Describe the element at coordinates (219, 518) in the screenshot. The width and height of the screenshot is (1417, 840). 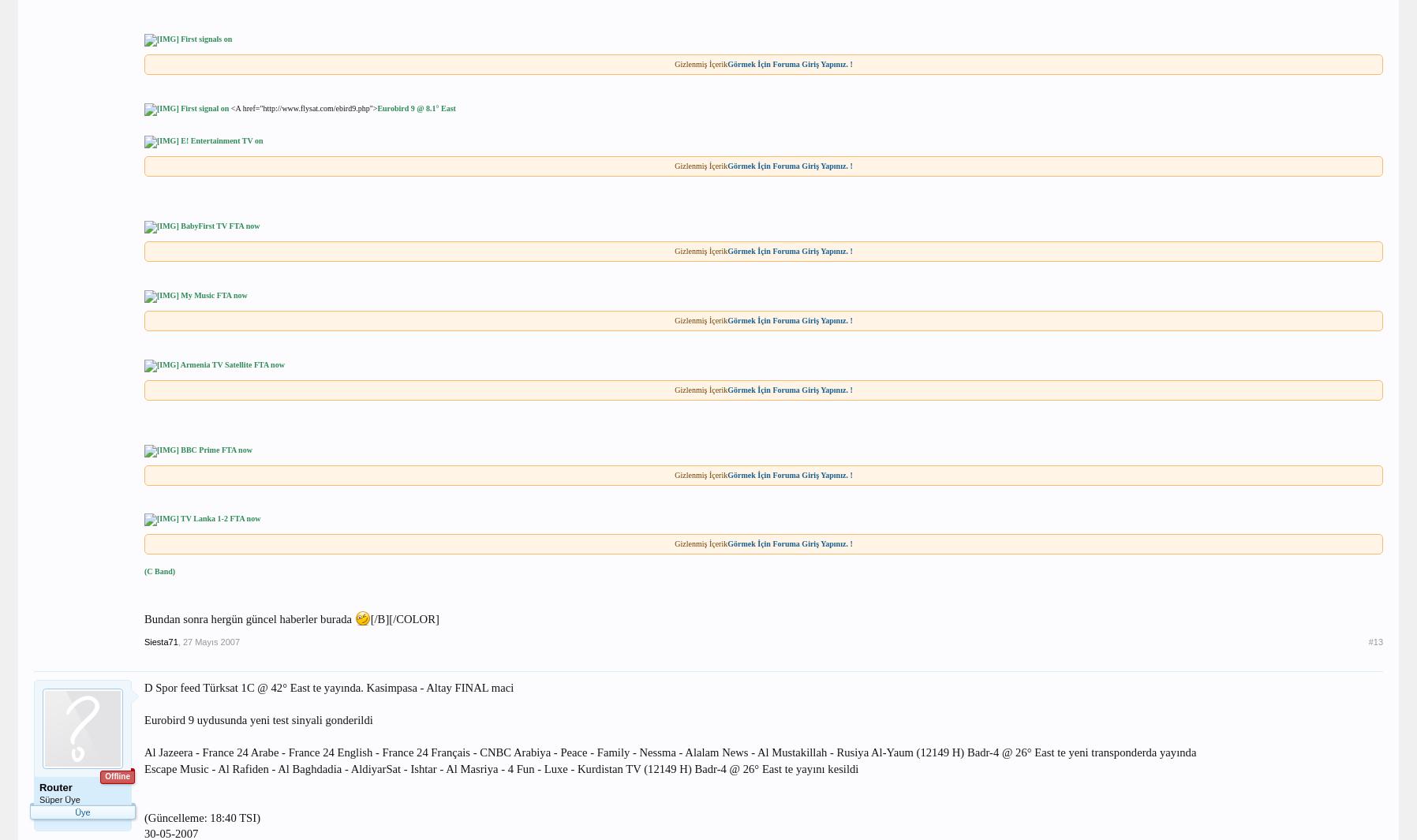
I see `'TV Lanka 1-2 FTA now'` at that location.